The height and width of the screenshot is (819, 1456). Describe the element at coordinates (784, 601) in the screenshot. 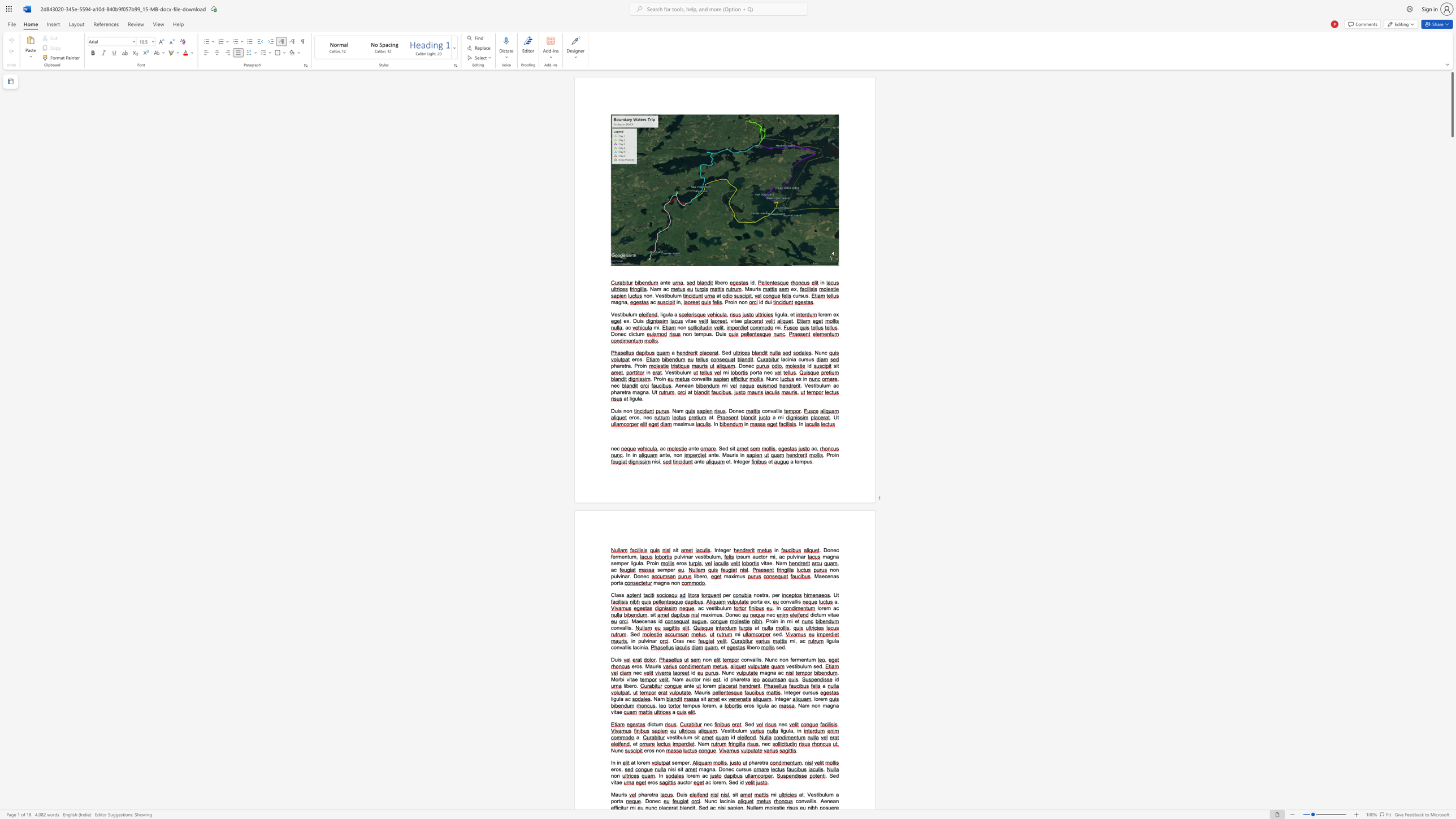

I see `the 1th character "o" in the text` at that location.